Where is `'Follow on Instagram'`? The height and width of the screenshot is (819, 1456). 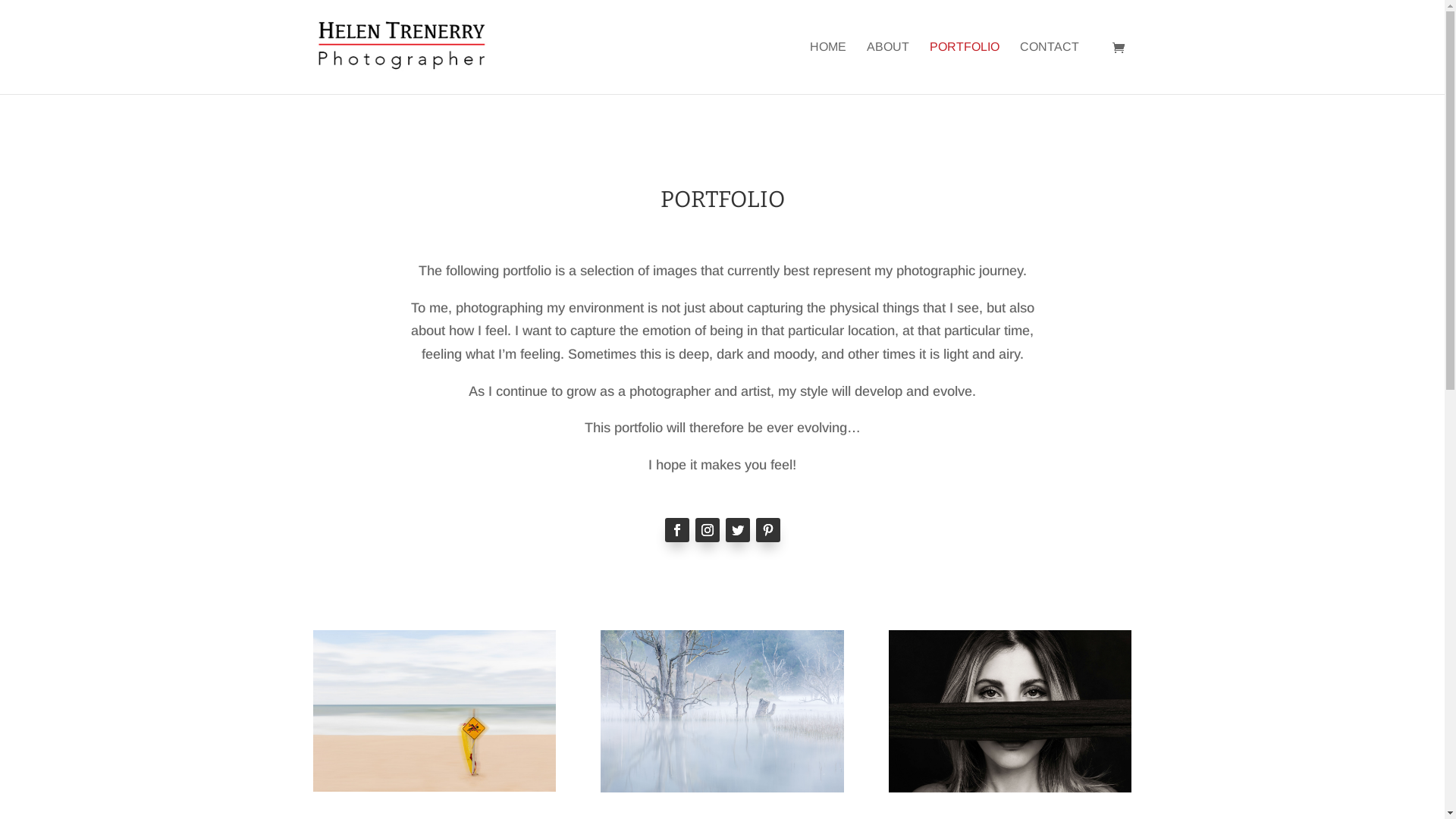 'Follow on Instagram' is located at coordinates (705, 529).